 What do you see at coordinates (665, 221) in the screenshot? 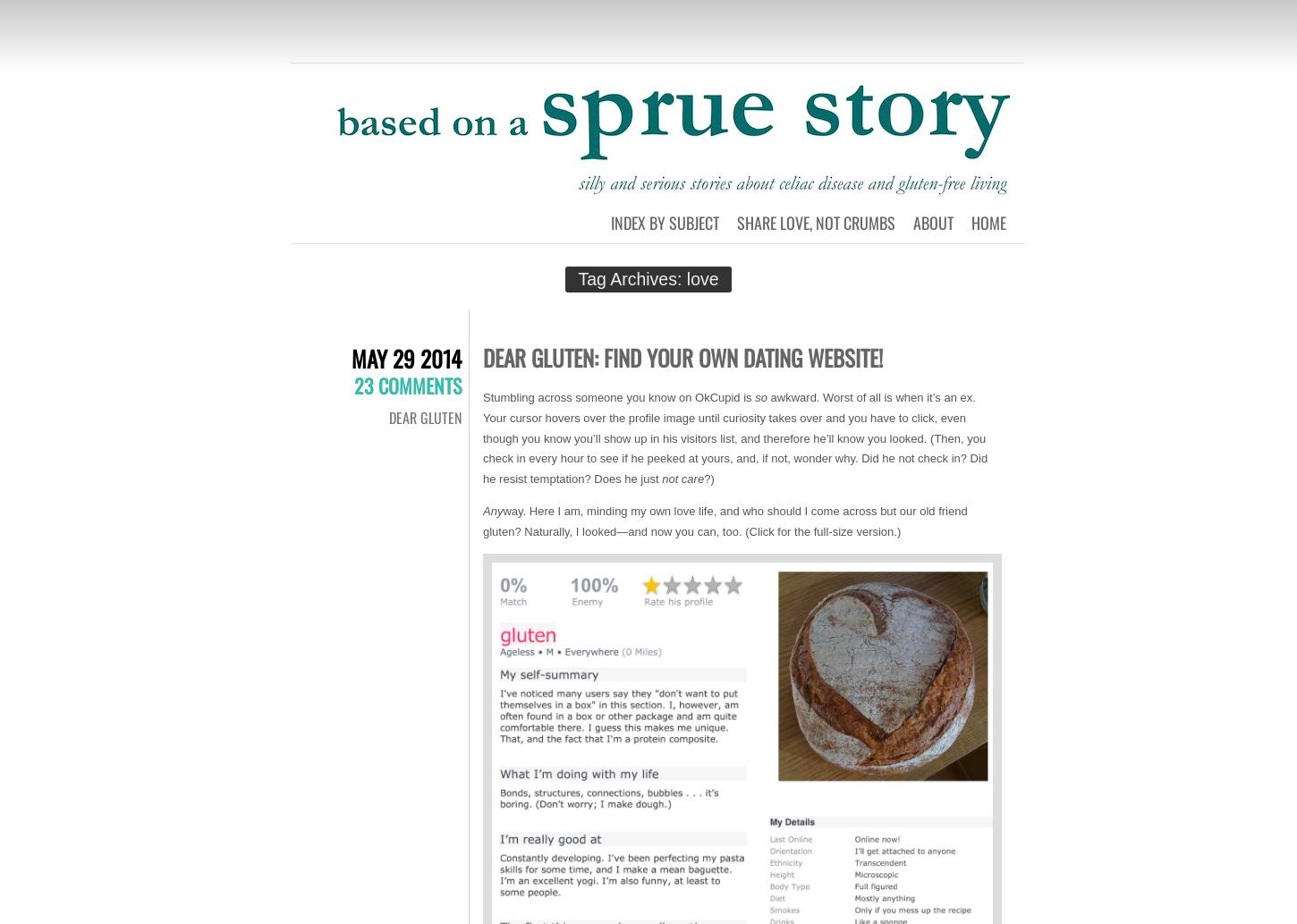
I see `'Index by subject'` at bounding box center [665, 221].